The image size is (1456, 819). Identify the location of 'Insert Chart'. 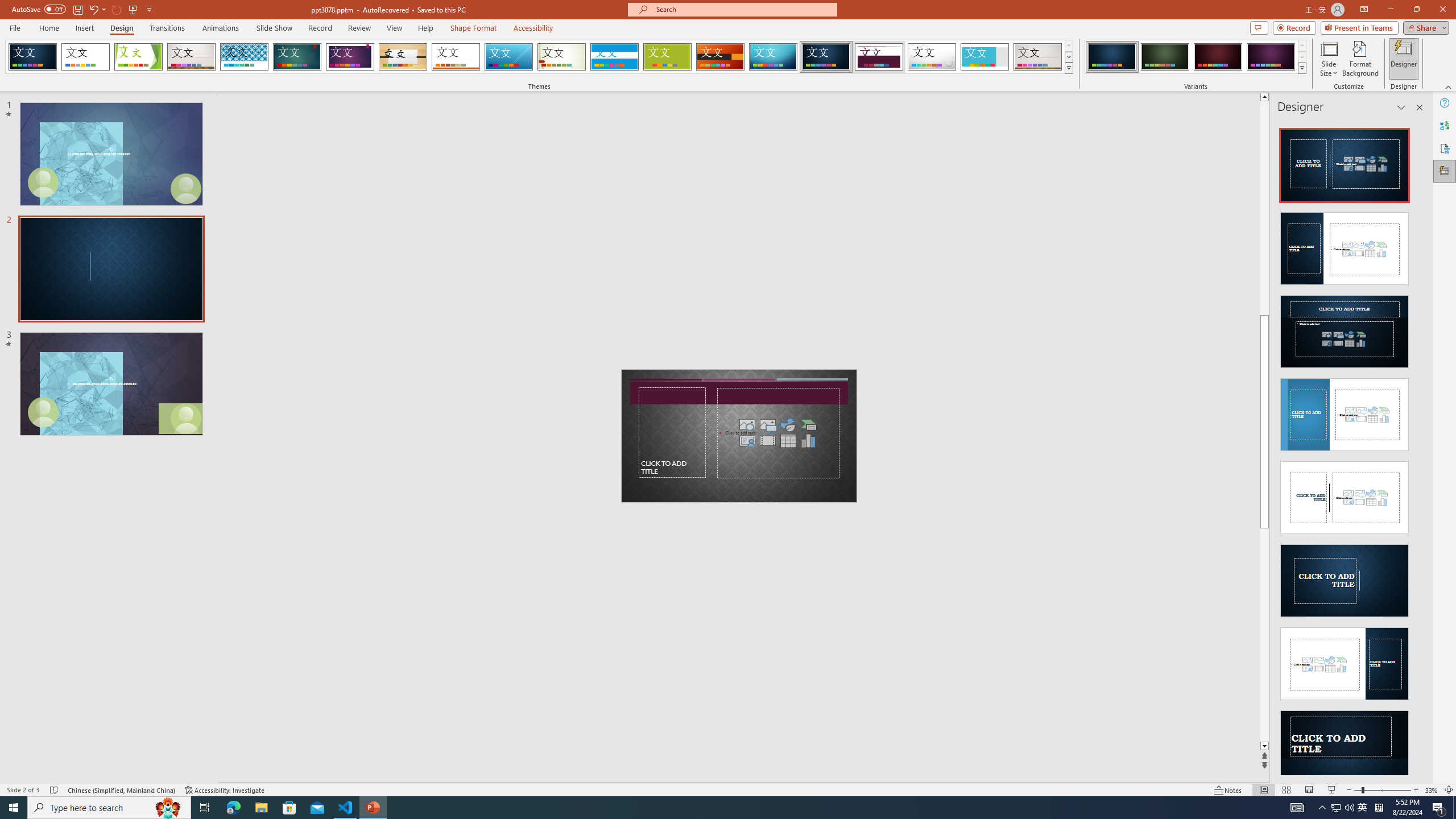
(809, 440).